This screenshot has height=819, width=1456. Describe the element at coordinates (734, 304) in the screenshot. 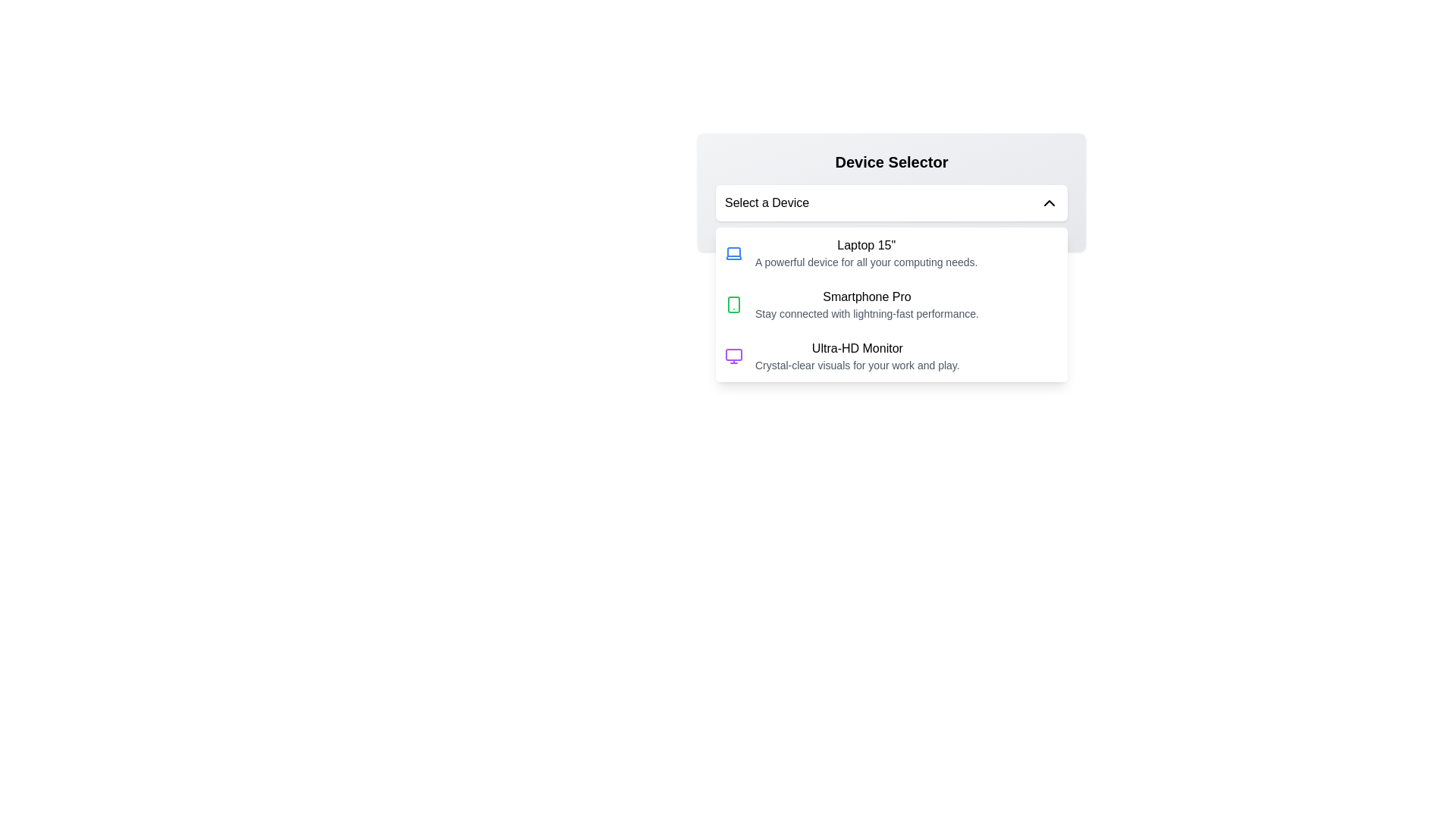

I see `the details associated with the green smartphone icon located to the left of the text 'Smartphone Pro Stay connected with lightning-fast performance.' in the 'Device Selector' dropdown` at that location.